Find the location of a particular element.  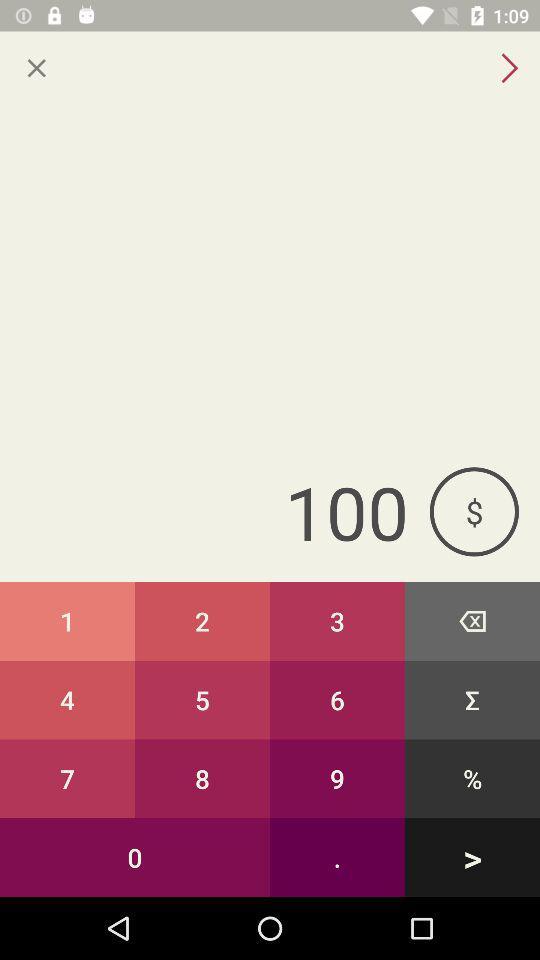

item next to the 3 is located at coordinates (472, 620).